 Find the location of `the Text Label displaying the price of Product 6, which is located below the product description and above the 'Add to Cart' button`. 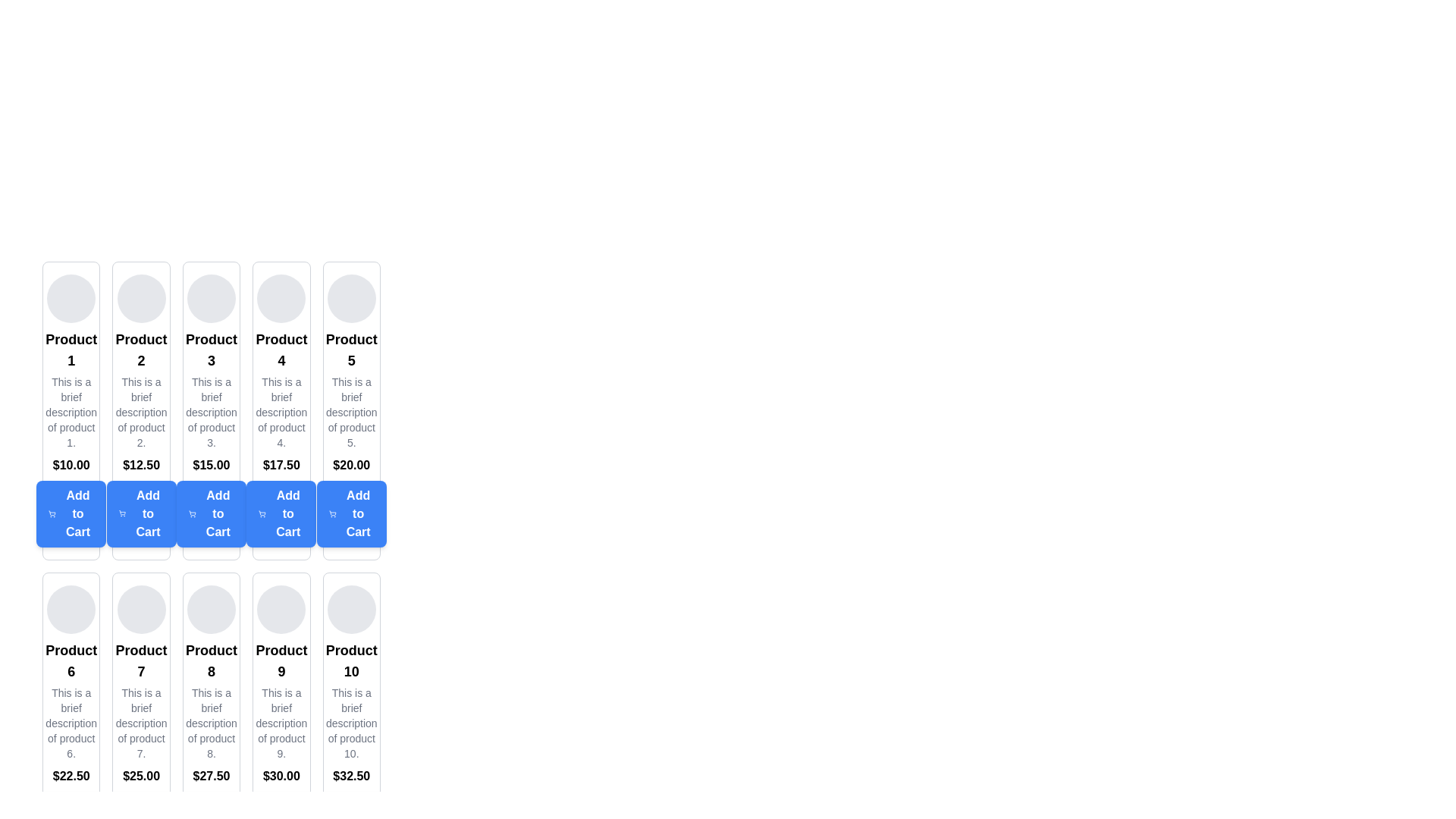

the Text Label displaying the price of Product 6, which is located below the product description and above the 'Add to Cart' button is located at coordinates (71, 776).